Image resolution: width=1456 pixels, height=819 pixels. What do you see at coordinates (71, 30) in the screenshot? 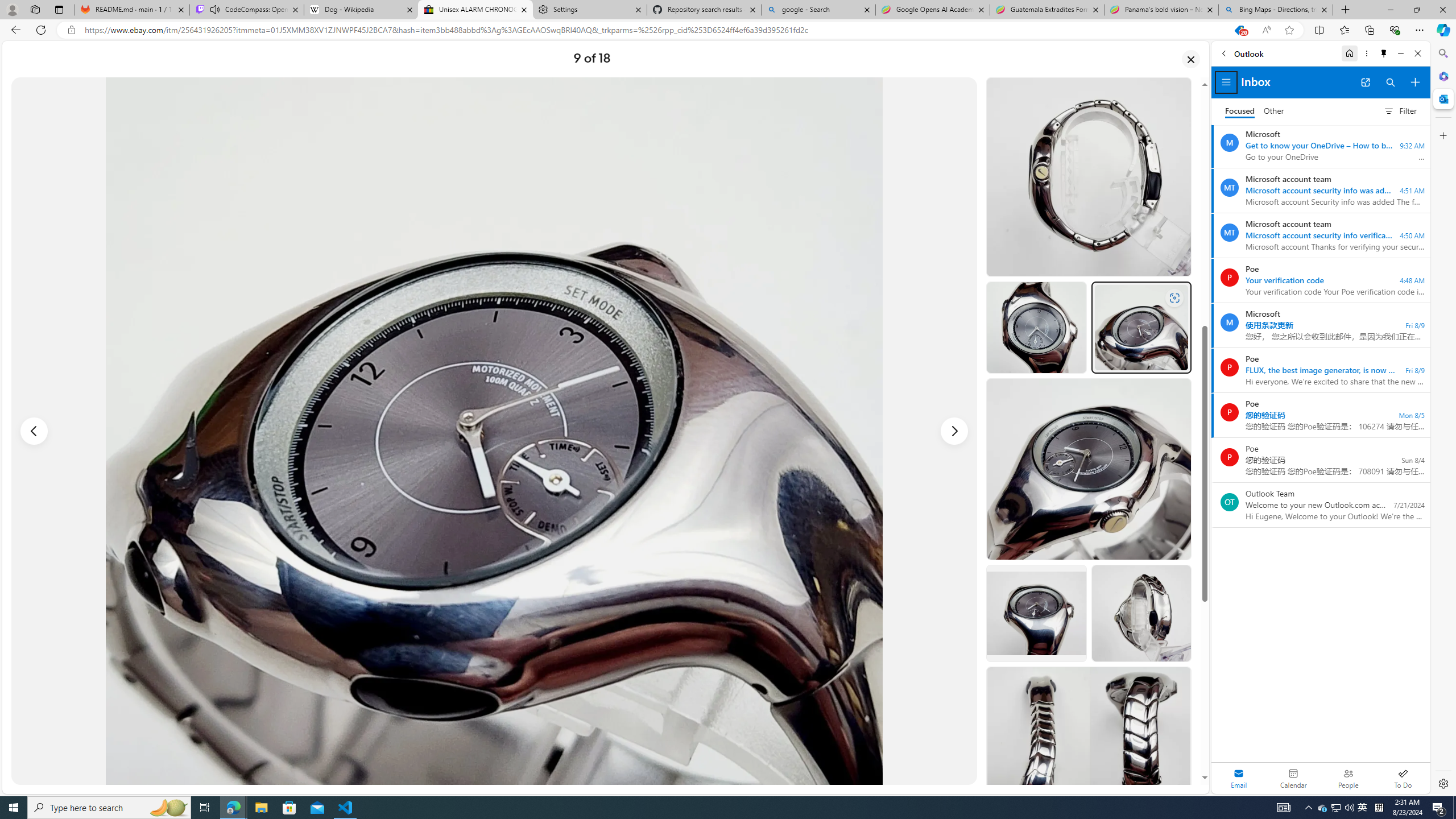
I see `'View site information'` at bounding box center [71, 30].